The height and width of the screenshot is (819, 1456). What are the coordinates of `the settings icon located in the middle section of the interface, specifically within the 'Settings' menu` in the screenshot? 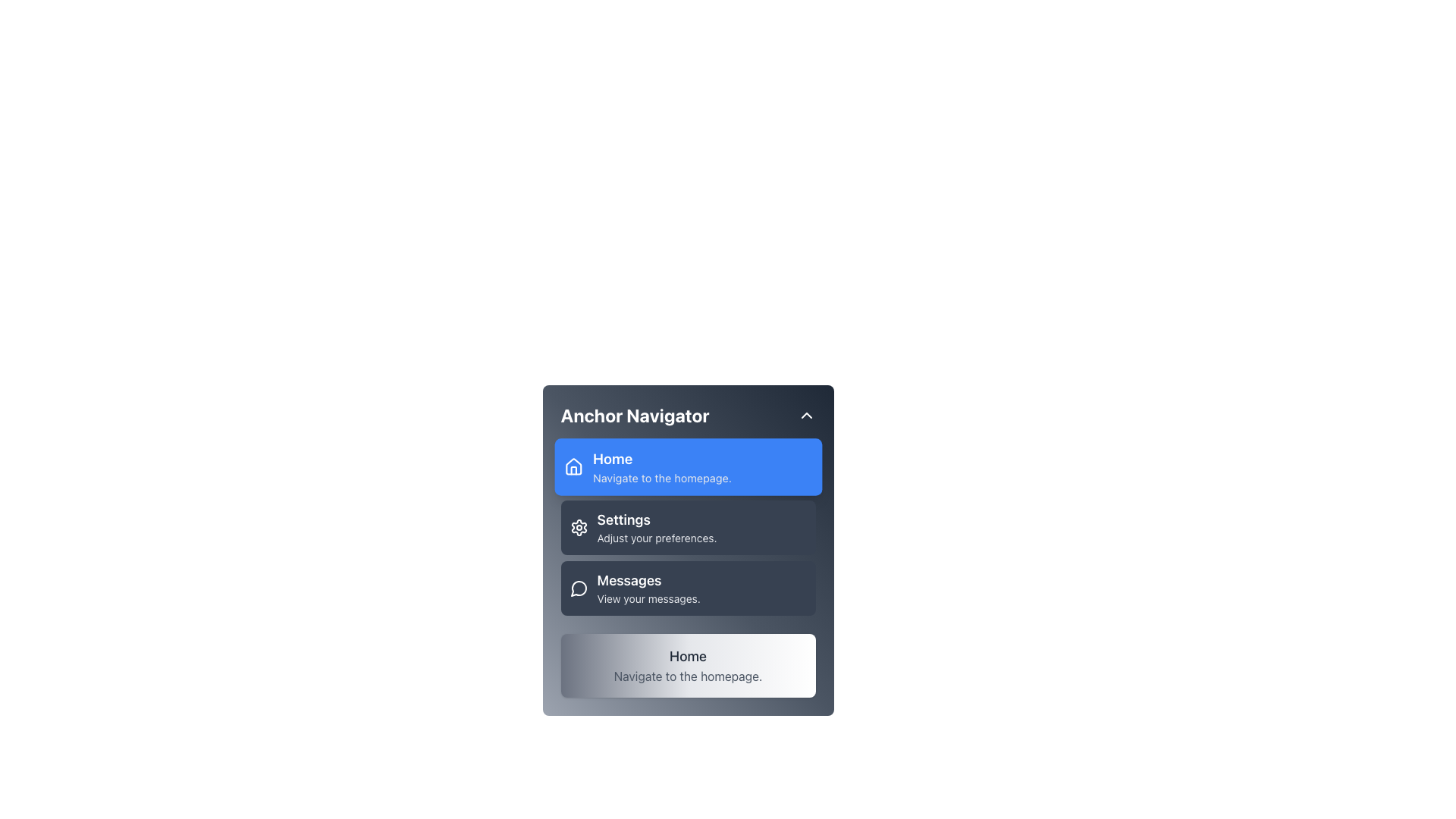 It's located at (578, 526).